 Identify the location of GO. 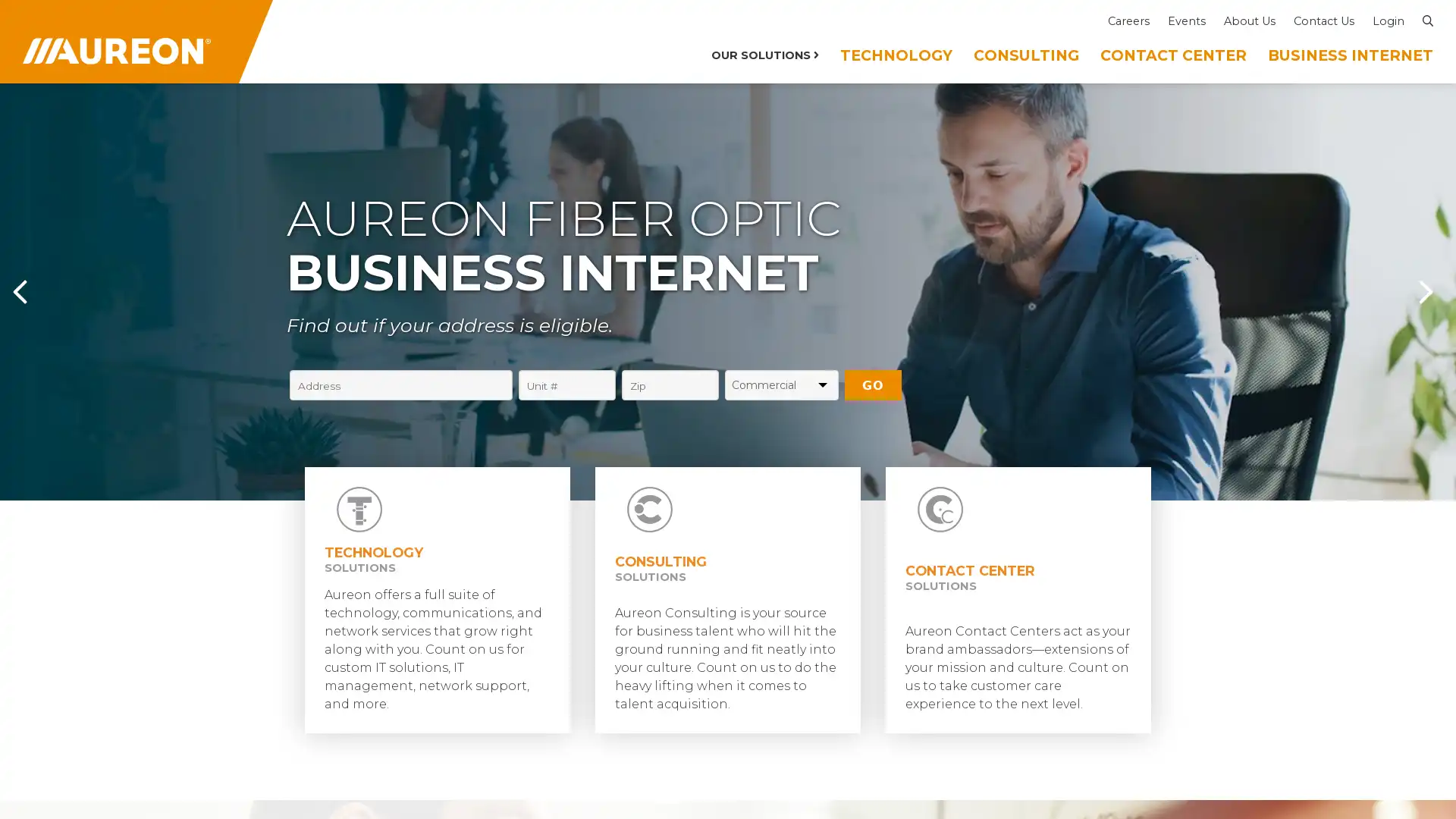
(872, 384).